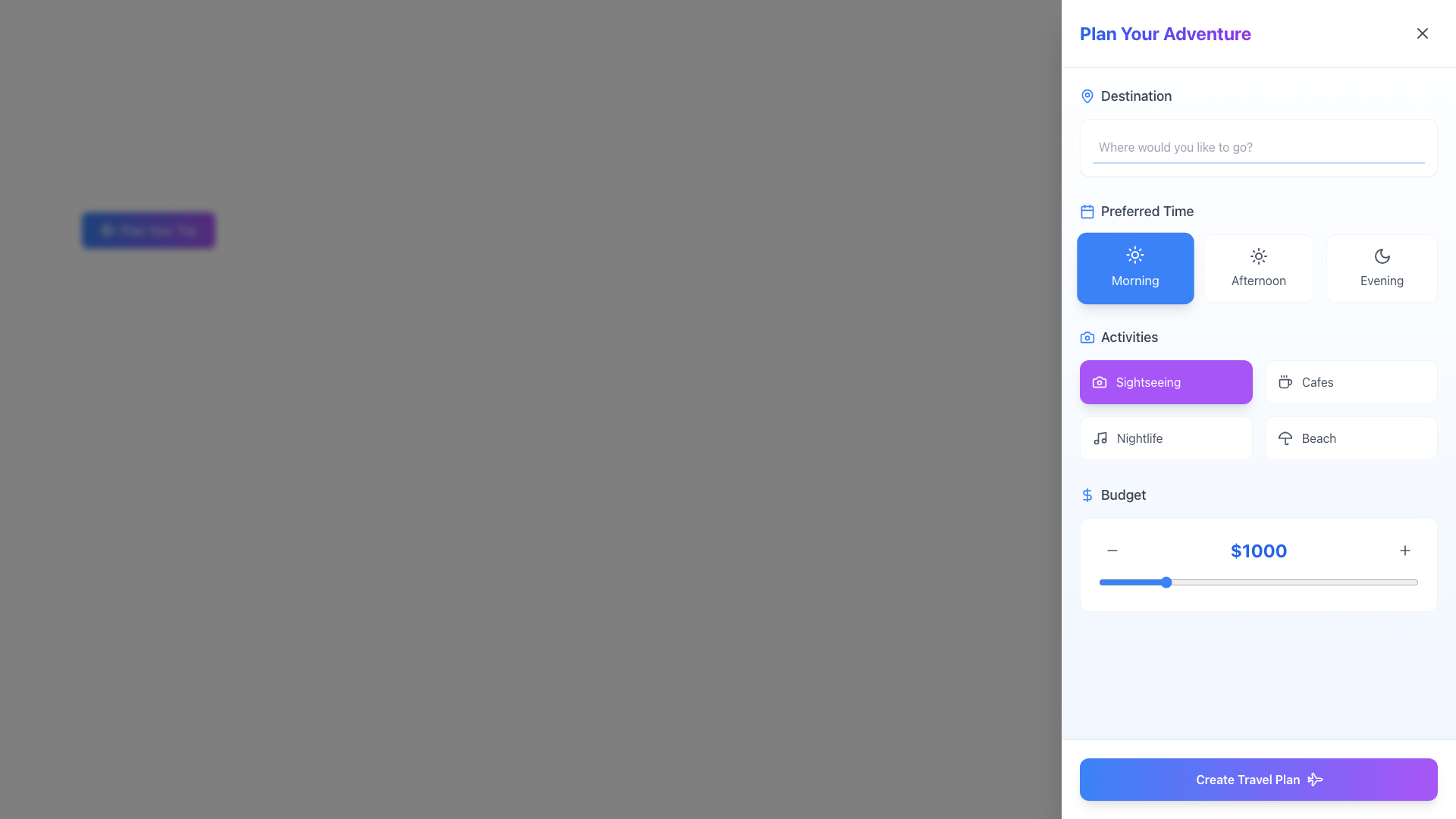 The width and height of the screenshot is (1456, 819). I want to click on the travel plan creation button located at the bottom of the visible panel in the 'Plan Your Adventure' section, so click(1259, 780).